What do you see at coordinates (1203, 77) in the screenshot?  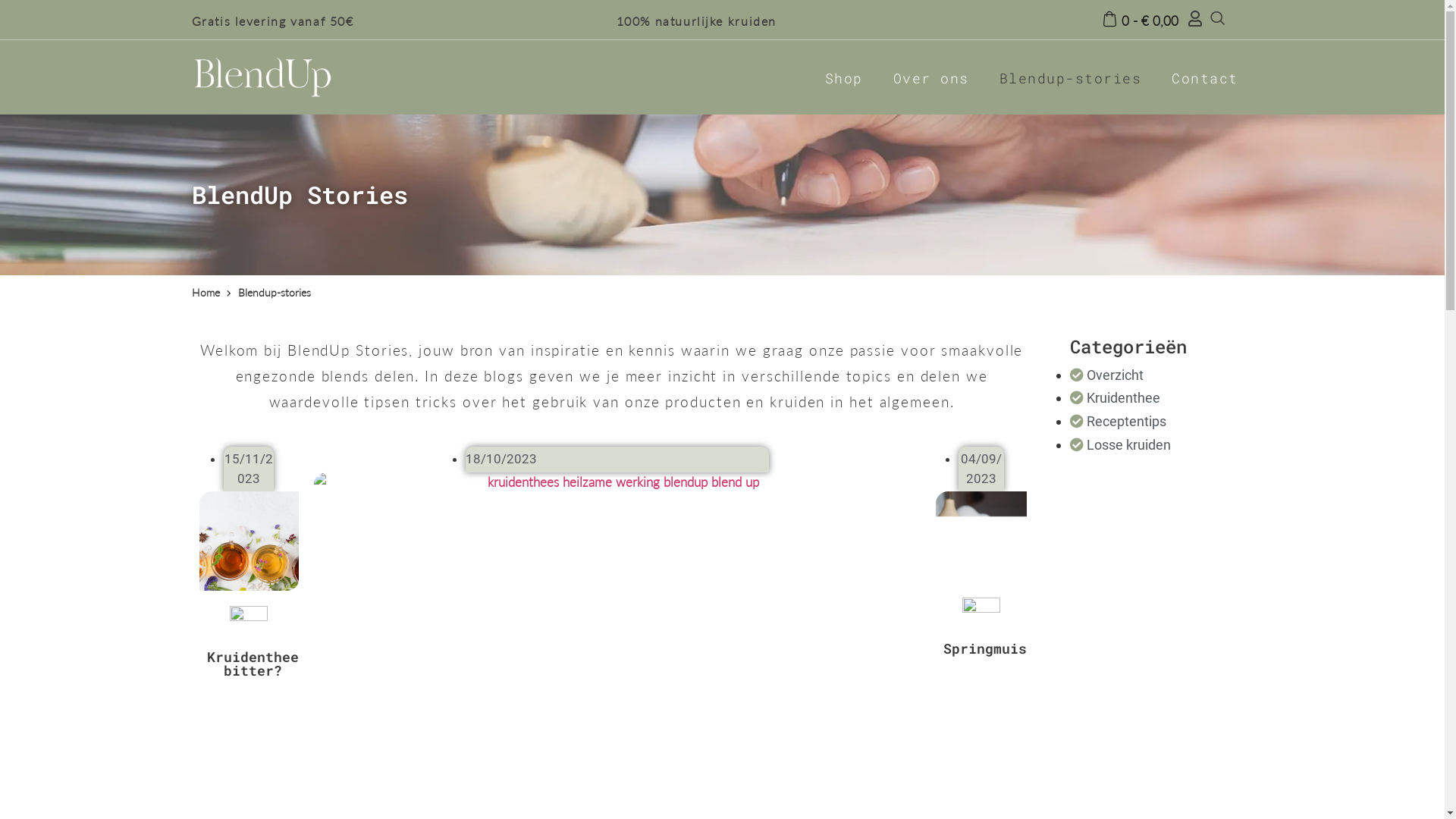 I see `'Contact'` at bounding box center [1203, 77].